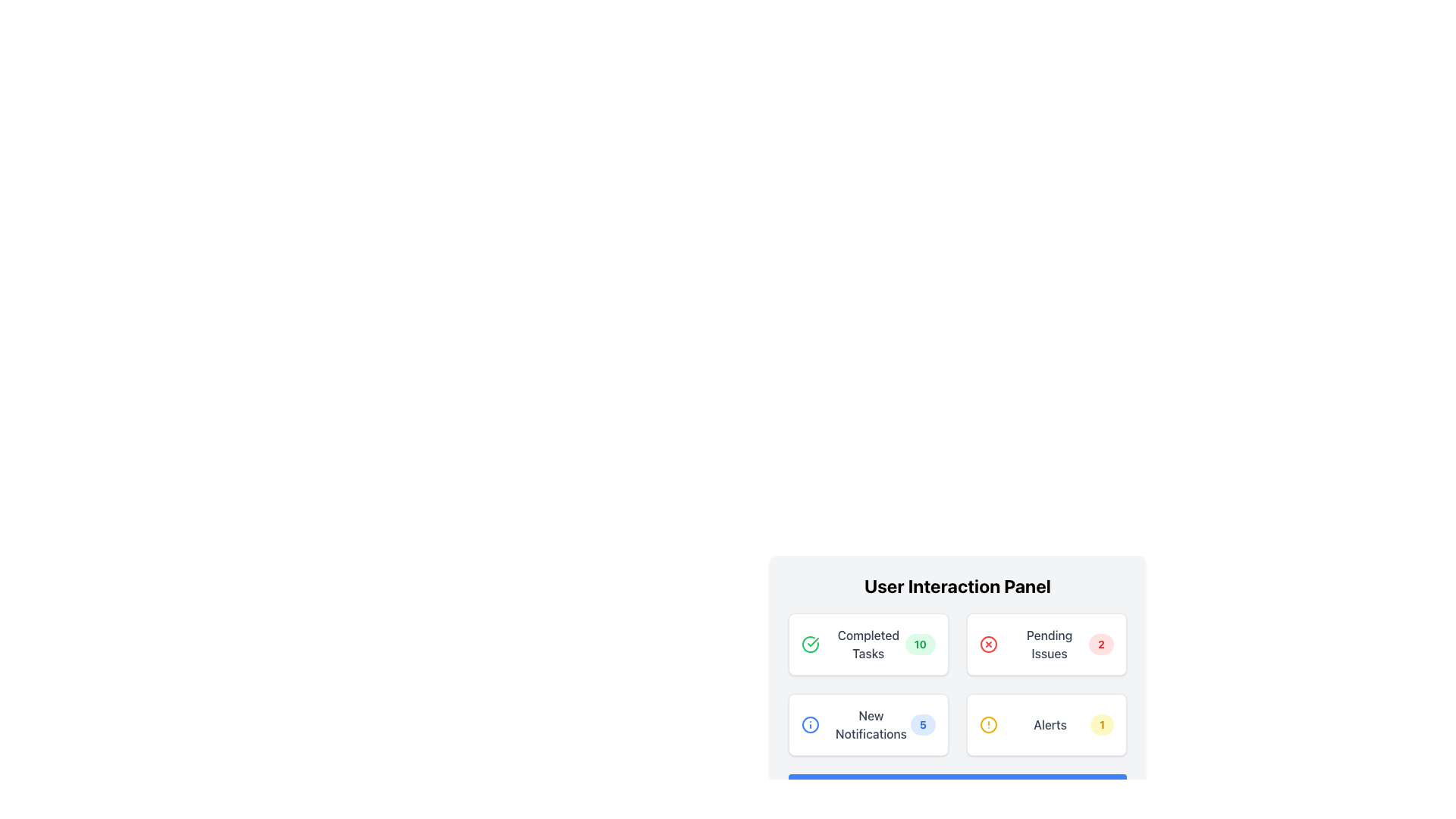 Image resolution: width=1456 pixels, height=819 pixels. I want to click on circular vector graphic shape that is part of the cancel/remove icon in the 'Pending Issues' section of the 'User Interaction Panel', so click(989, 644).